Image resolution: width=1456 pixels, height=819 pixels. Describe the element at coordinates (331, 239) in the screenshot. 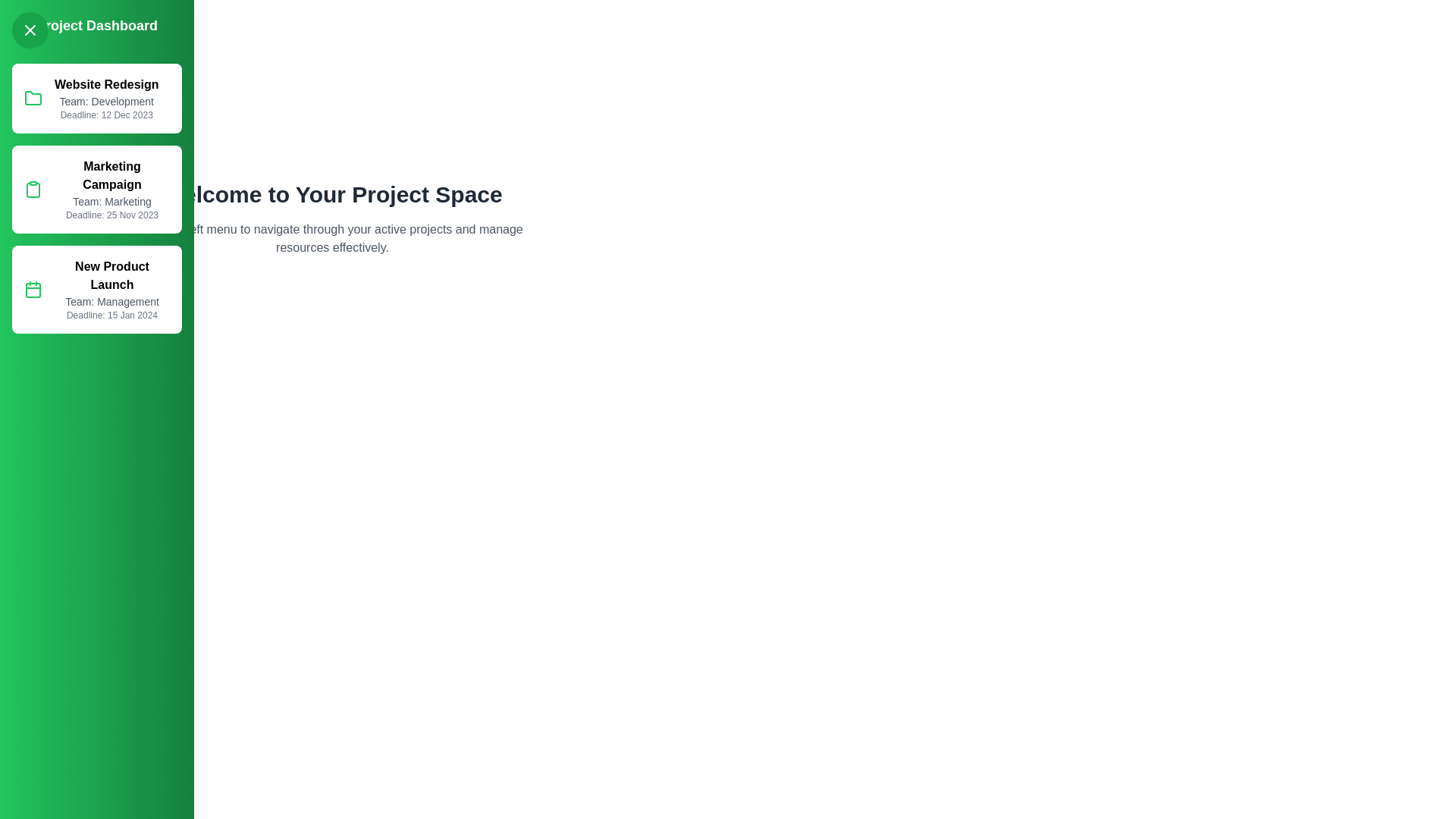

I see `the main content area to read the welcome message` at that location.